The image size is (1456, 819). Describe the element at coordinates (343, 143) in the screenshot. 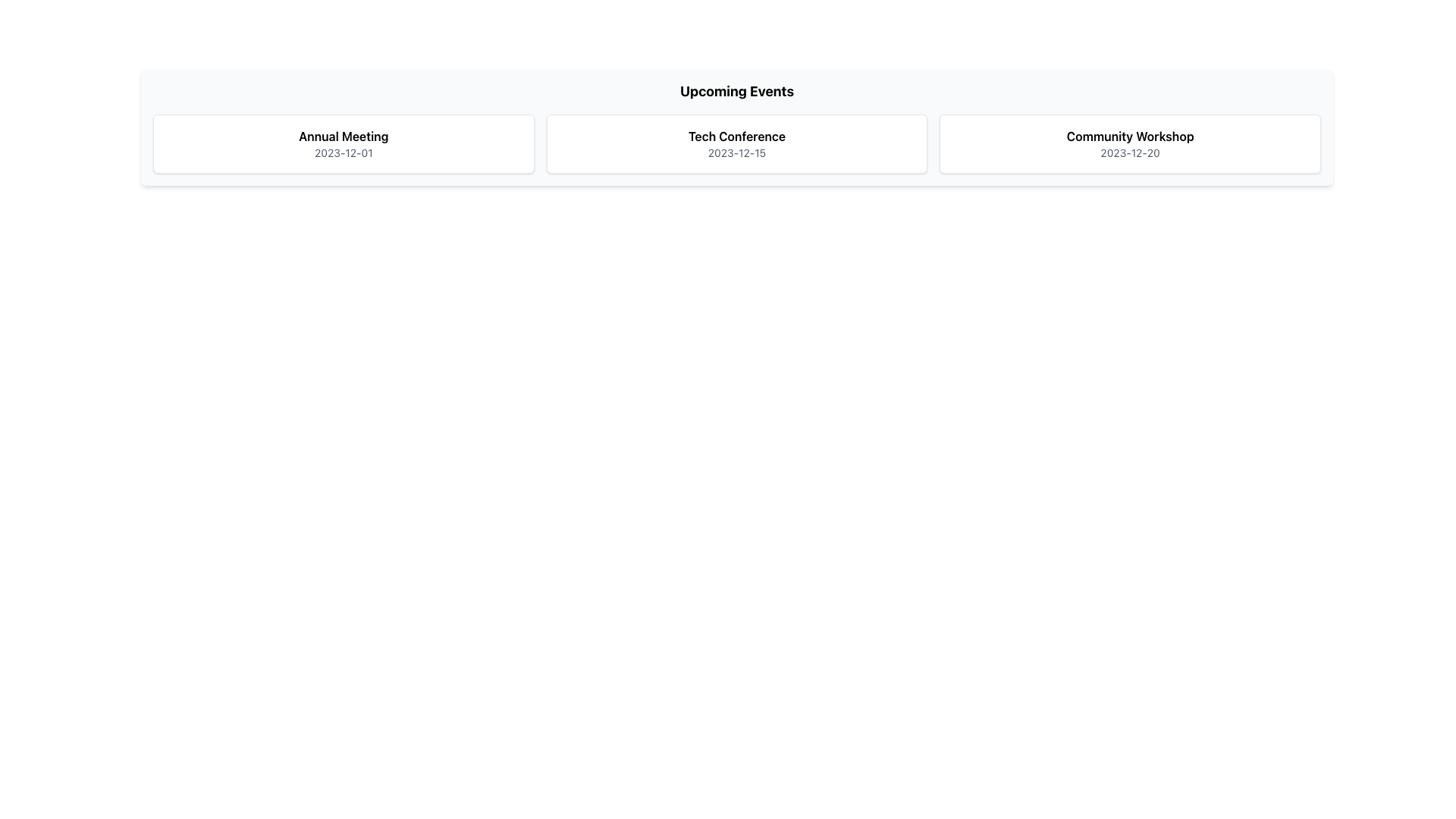

I see `the Informational card with the title 'Annual Meeting' and date '2023-12-01', which is the first card in a horizontal list of three similar elements` at that location.